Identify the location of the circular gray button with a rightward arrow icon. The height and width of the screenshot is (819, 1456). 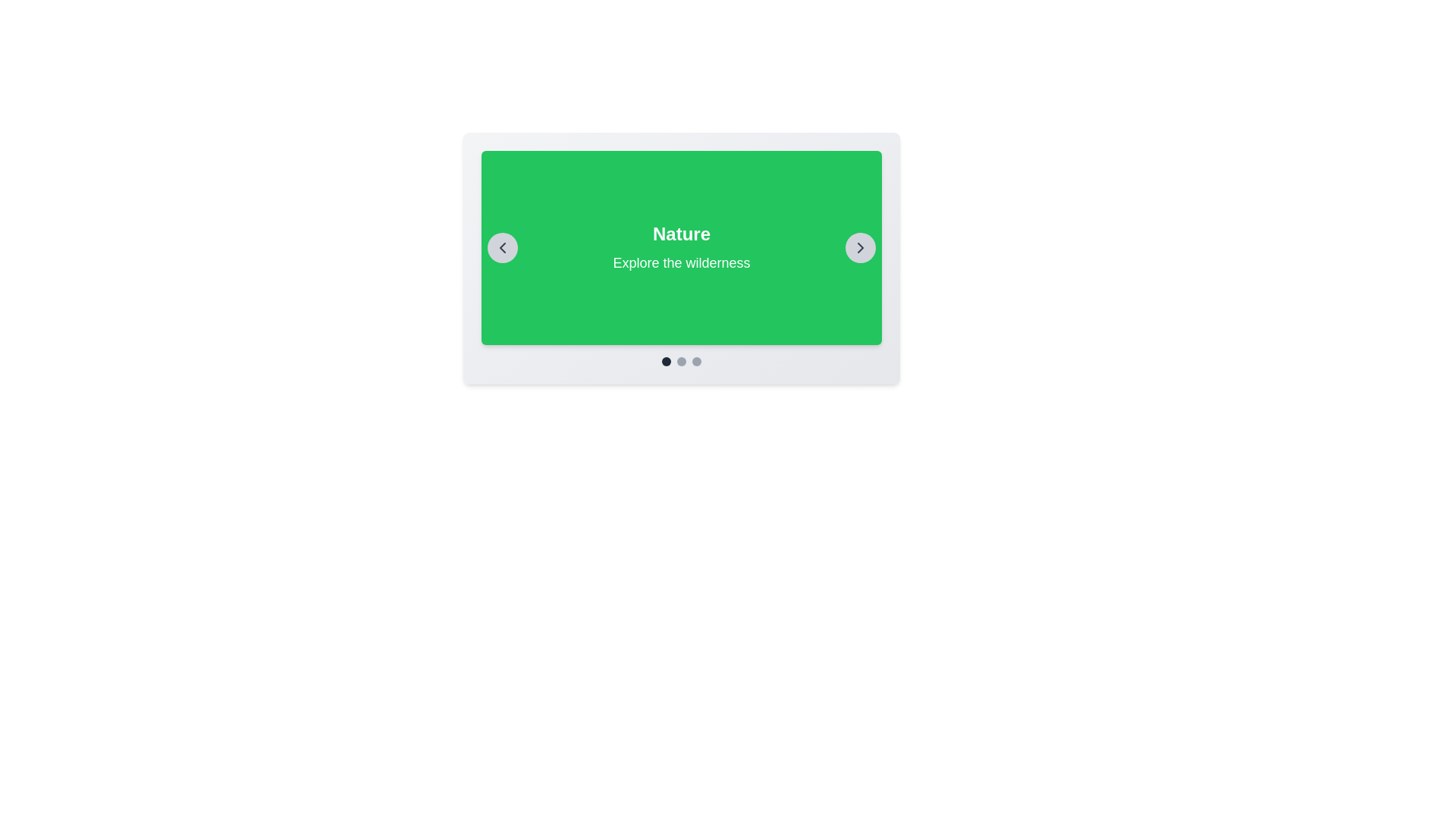
(860, 247).